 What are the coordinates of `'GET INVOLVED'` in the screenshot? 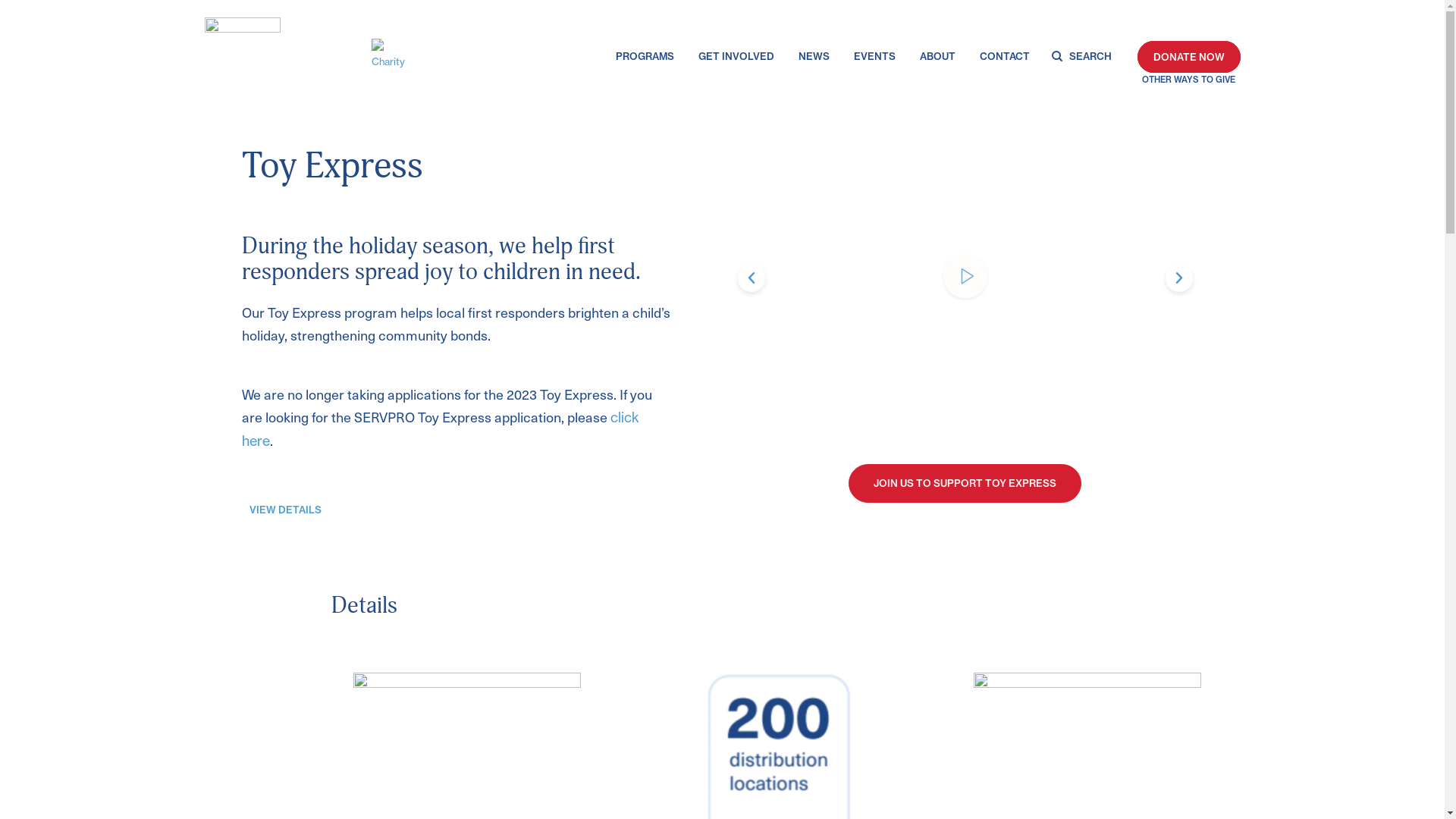 It's located at (698, 58).